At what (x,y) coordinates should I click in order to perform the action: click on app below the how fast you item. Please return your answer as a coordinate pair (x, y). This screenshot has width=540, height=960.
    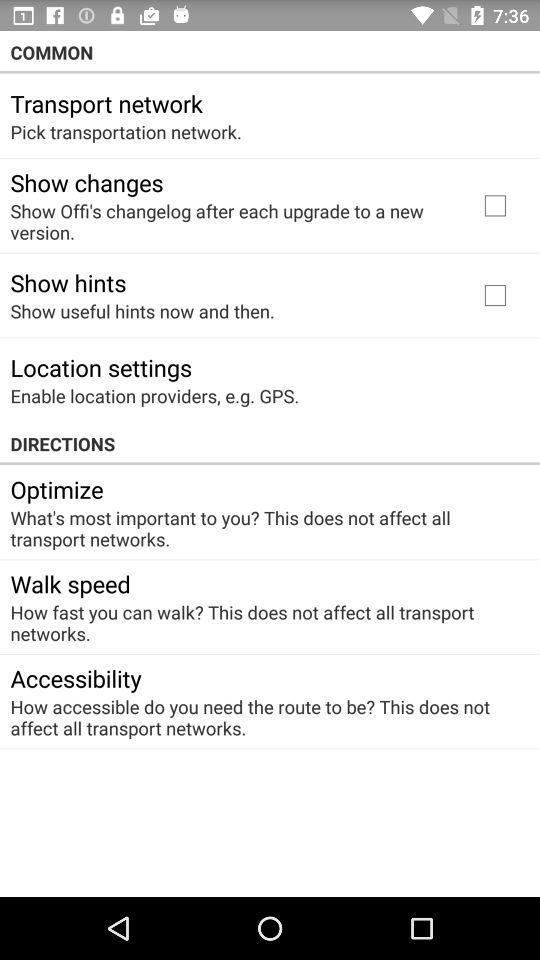
    Looking at the image, I should click on (75, 678).